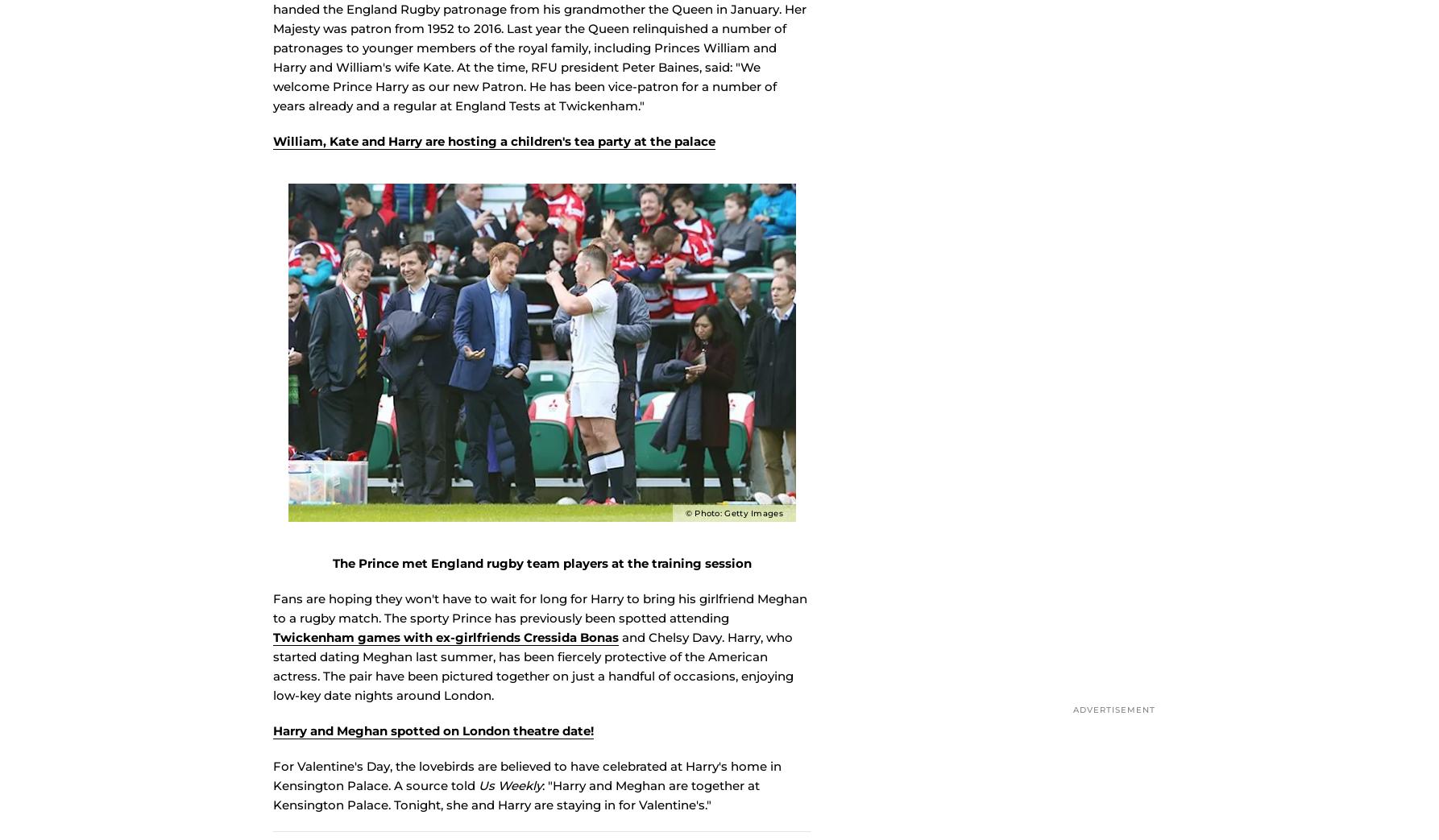  What do you see at coordinates (539, 72) in the screenshot?
I see `', was handed the England Rugby patronage from his grandmother the Queen in January. Her Majesty was patron from 1952 to 2016. Last year the Queen relinquished a number of patronages to younger members of the royal family, including Princes William and Harry and William's wife Kate. At the time, RFU president Peter Baines, said: "We welcome Prince Harry as our new Patron. He has been vice-patron for a number of years already and a regular at England Tests at Twickenham."'` at bounding box center [539, 72].